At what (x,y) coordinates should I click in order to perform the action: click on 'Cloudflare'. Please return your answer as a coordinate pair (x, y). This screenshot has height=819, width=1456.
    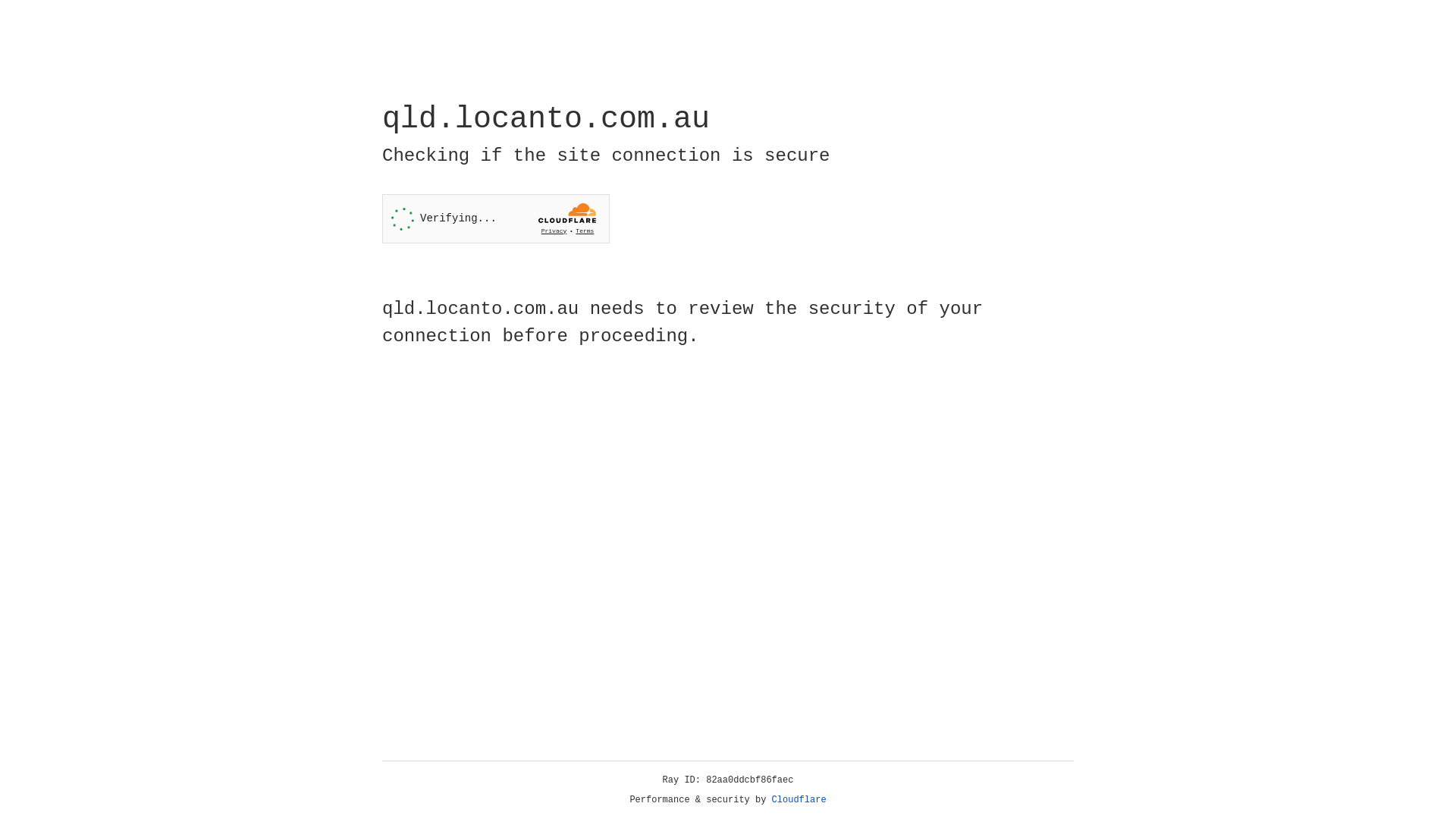
    Looking at the image, I should click on (771, 799).